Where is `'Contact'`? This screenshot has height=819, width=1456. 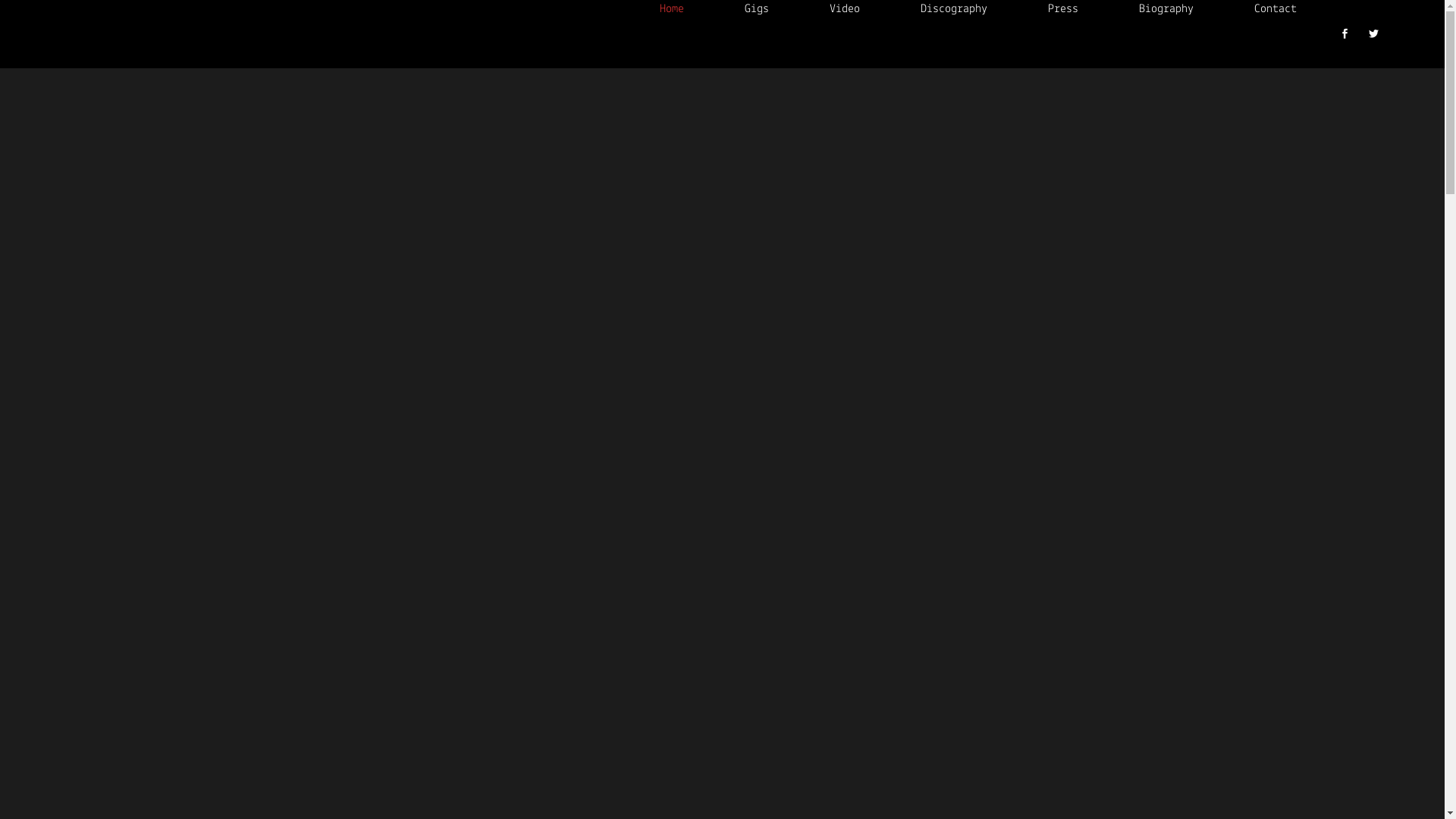 'Contact' is located at coordinates (1274, 8).